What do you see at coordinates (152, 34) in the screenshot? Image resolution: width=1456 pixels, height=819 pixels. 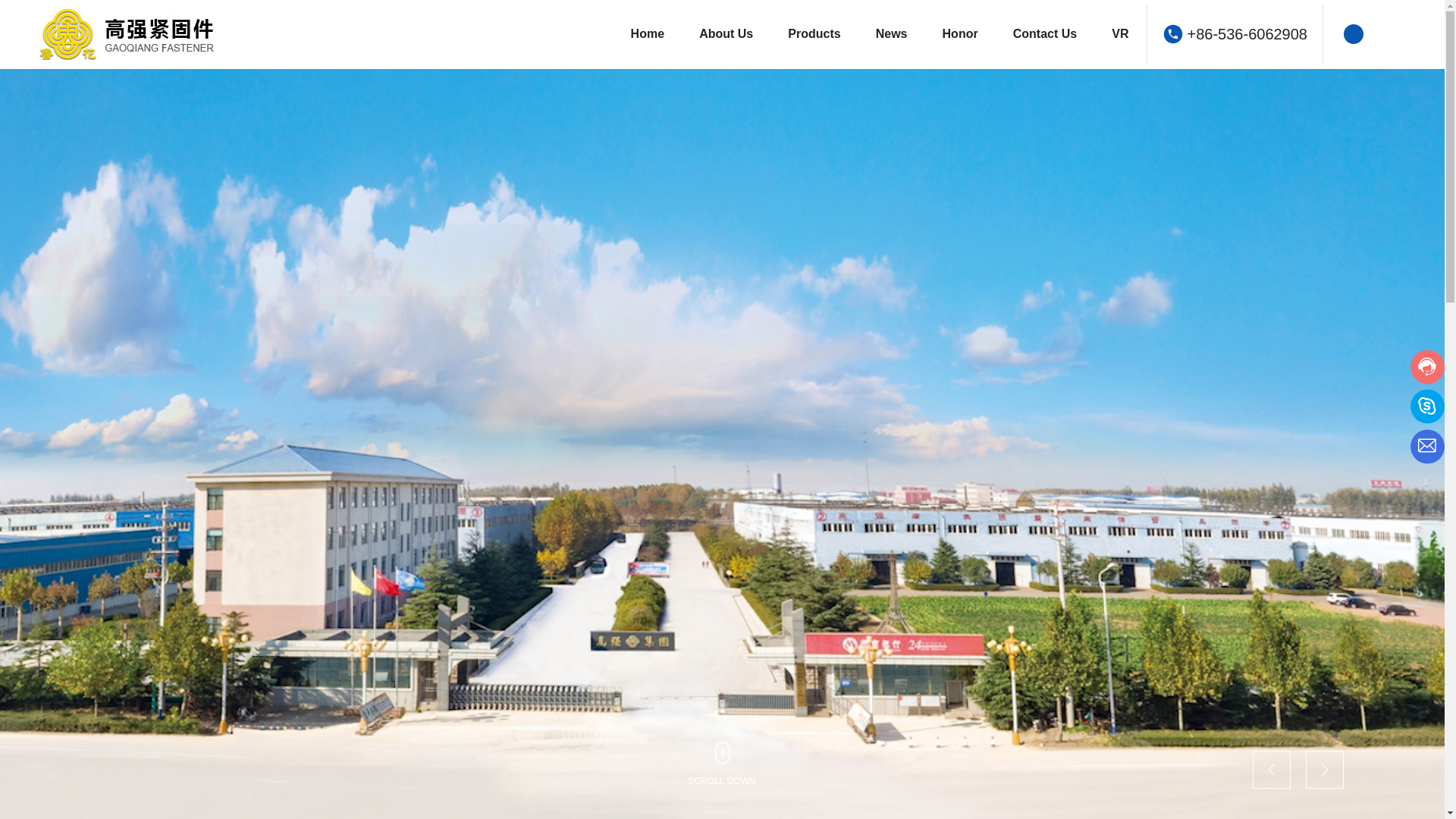 I see `'	Shandong Gaoqiang Fastener Co. LTD'` at bounding box center [152, 34].